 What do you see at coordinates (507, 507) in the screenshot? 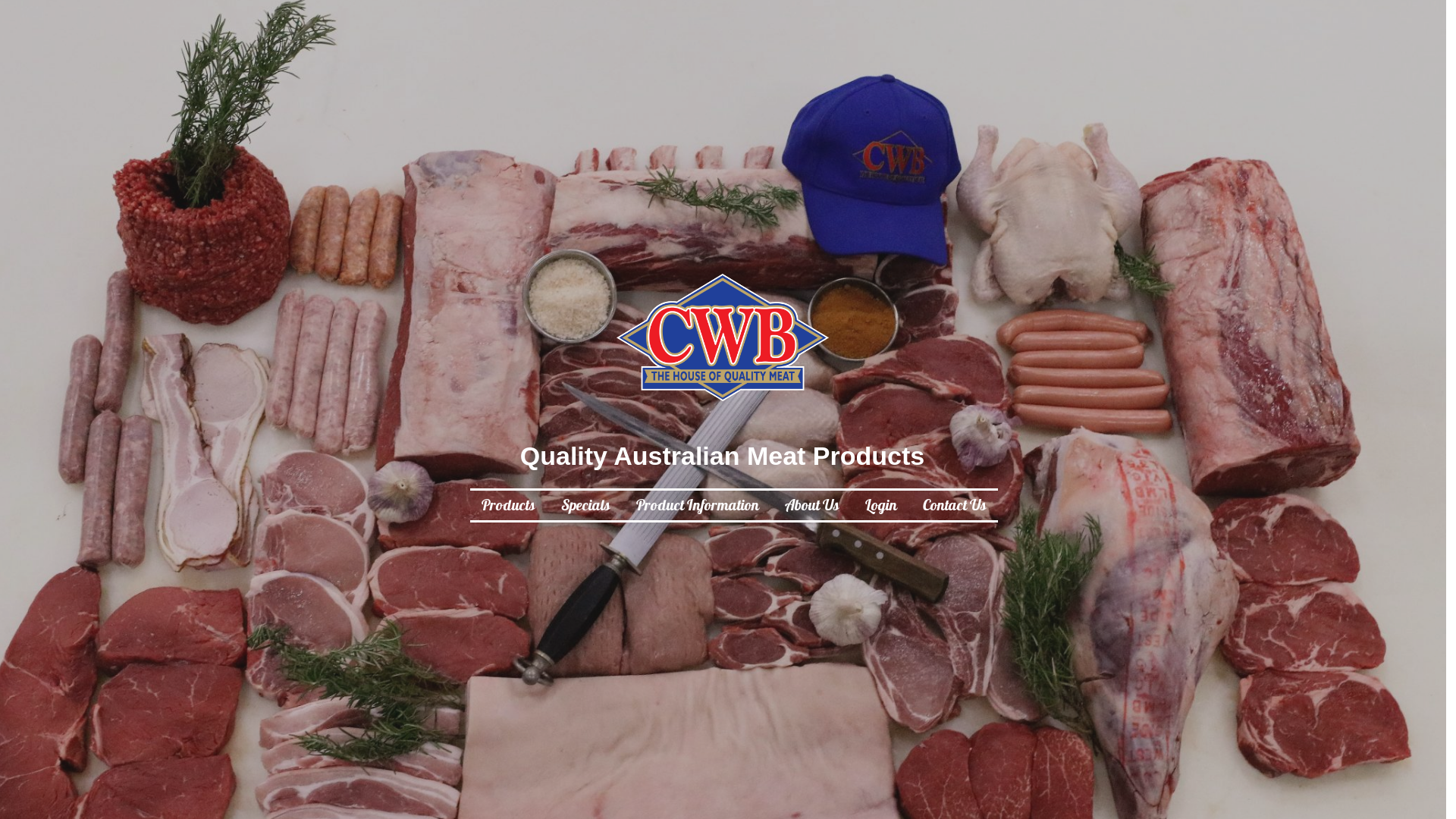
I see `'Products'` at bounding box center [507, 507].